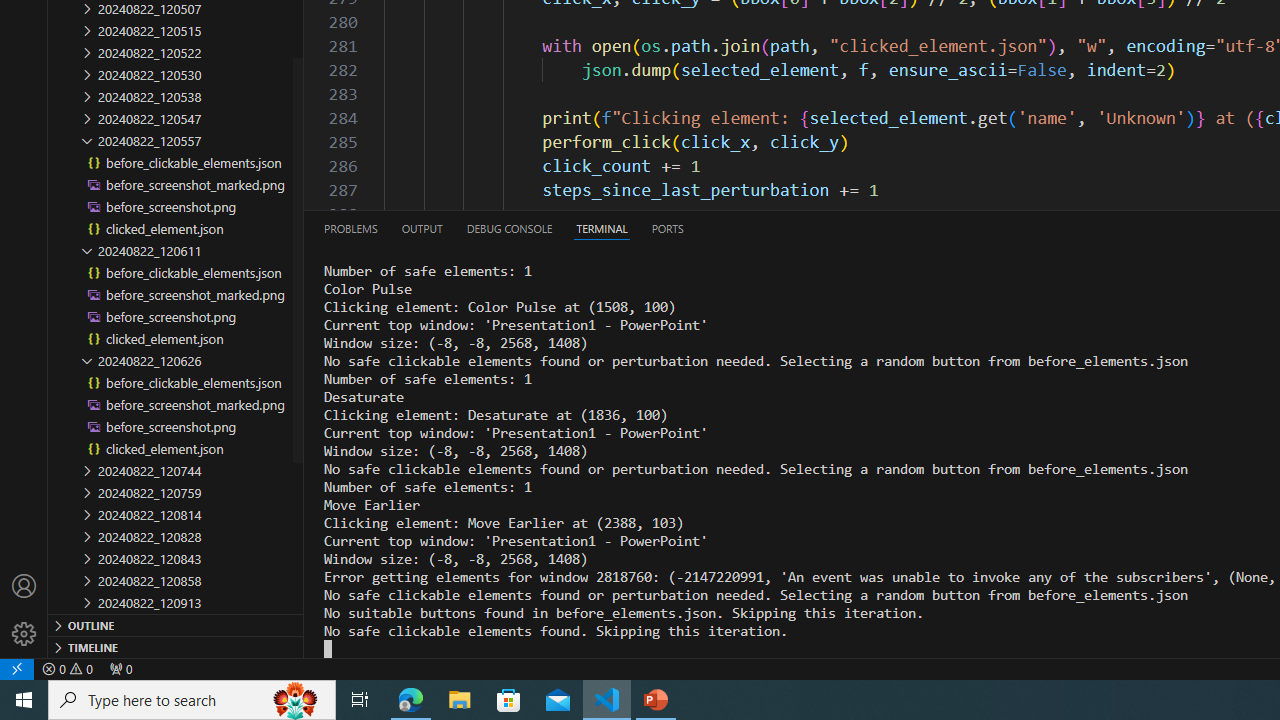 The image size is (1280, 720). What do you see at coordinates (24, 585) in the screenshot?
I see `'Accounts'` at bounding box center [24, 585].